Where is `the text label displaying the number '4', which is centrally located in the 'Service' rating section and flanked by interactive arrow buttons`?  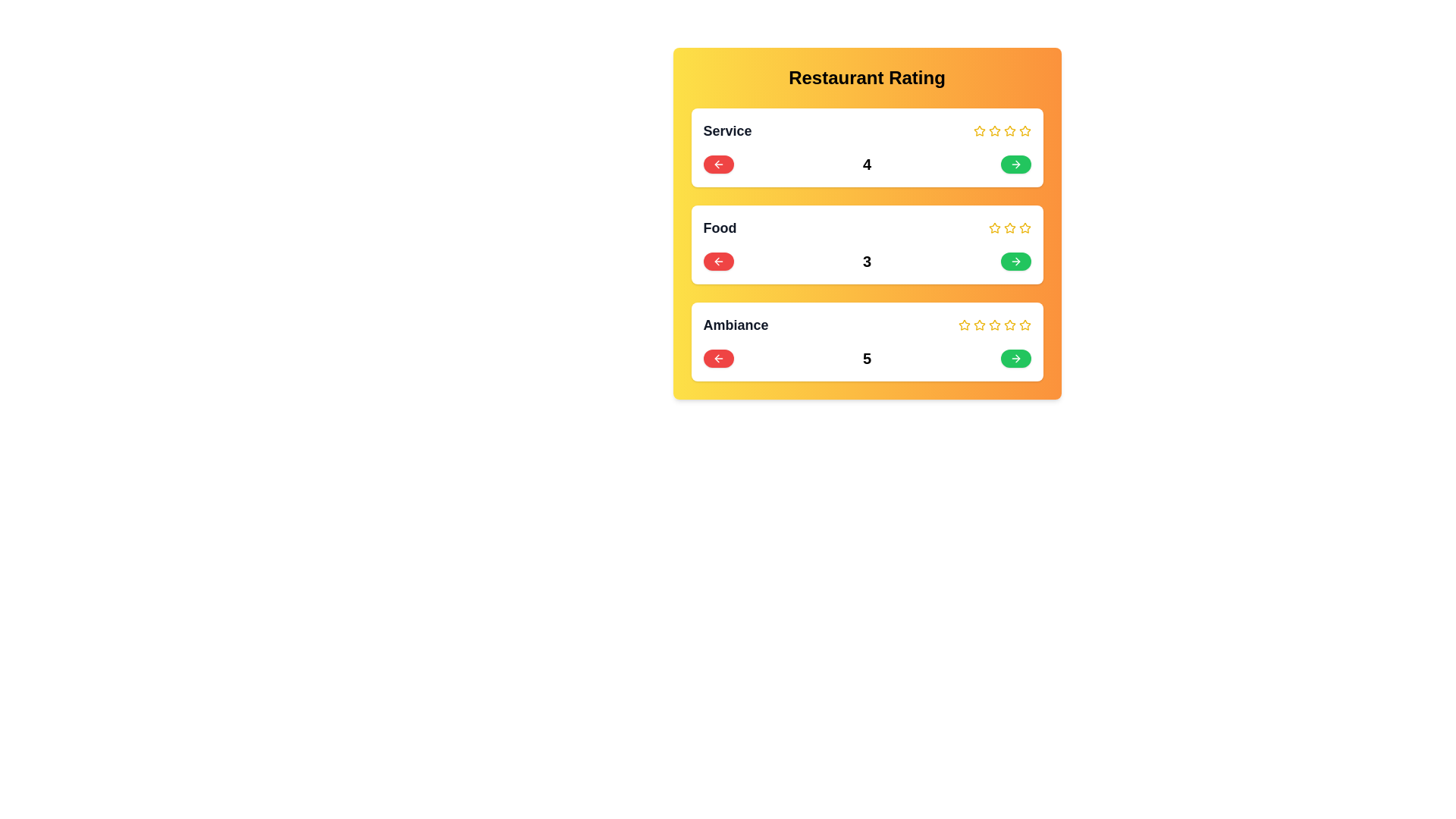 the text label displaying the number '4', which is centrally located in the 'Service' rating section and flanked by interactive arrow buttons is located at coordinates (867, 164).